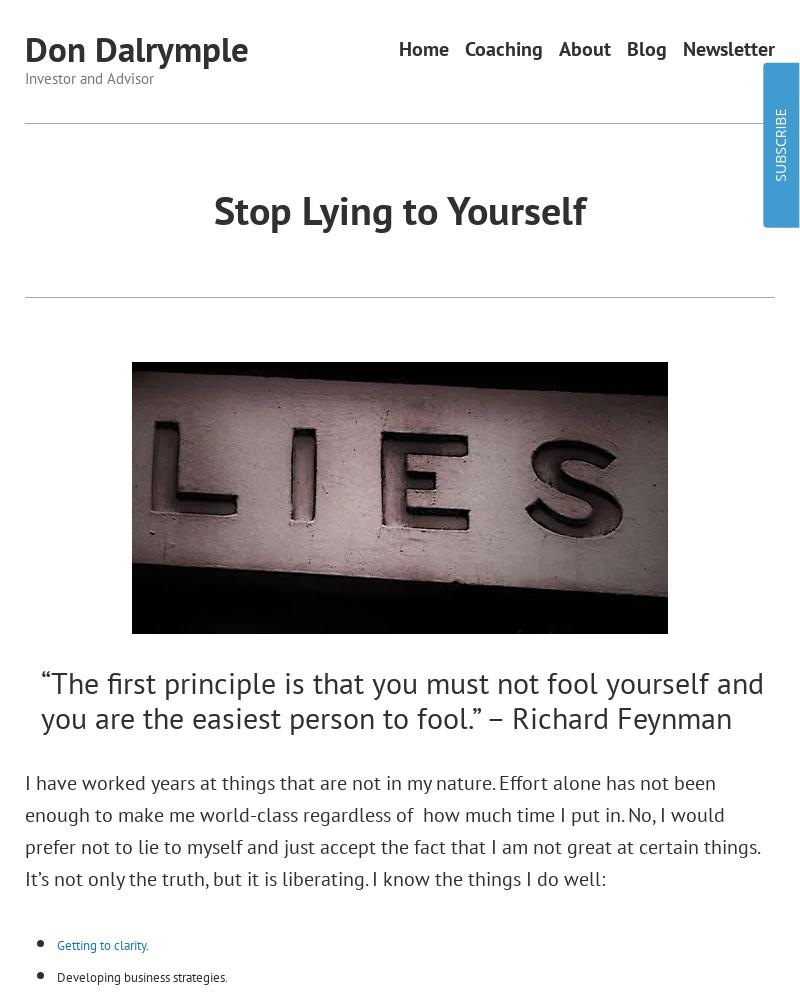  I want to click on 'Getting to clarity', so click(55, 943).